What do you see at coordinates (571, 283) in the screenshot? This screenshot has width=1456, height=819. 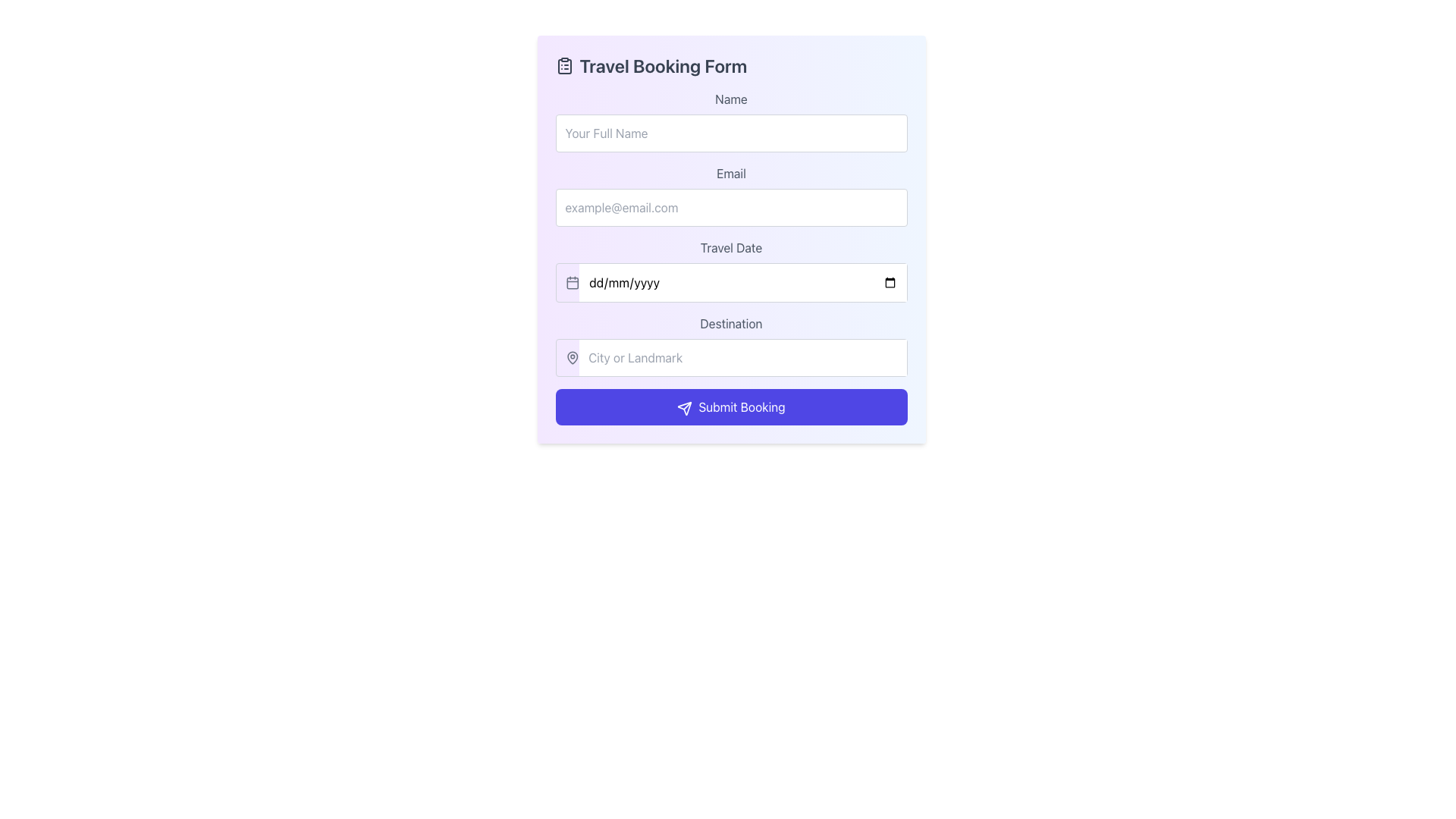 I see `the decorative graphic icon that is part of the calendar, located adjacent to the 'Travel Date' text label` at bounding box center [571, 283].